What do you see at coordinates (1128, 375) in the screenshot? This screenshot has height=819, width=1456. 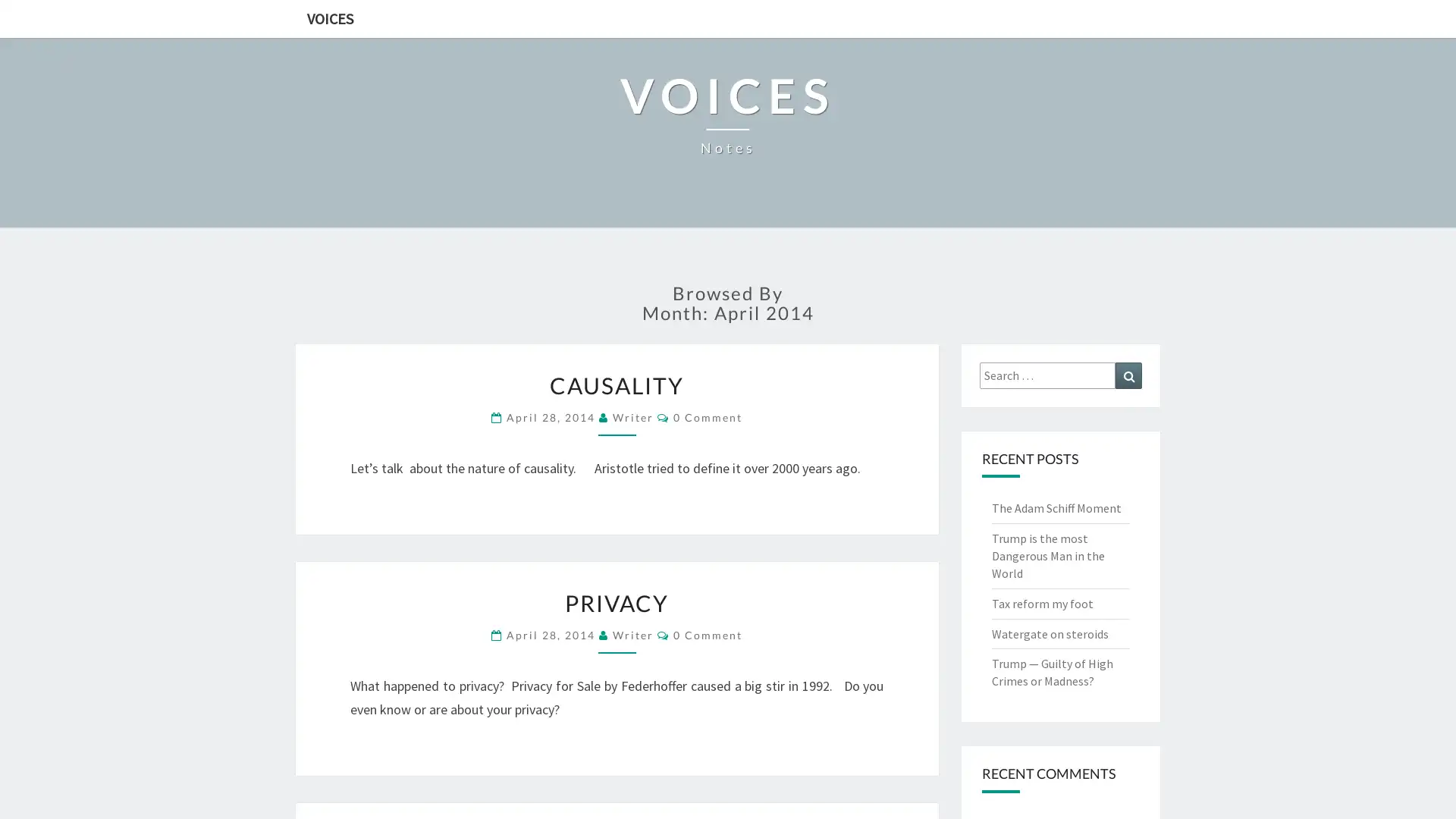 I see `Search` at bounding box center [1128, 375].